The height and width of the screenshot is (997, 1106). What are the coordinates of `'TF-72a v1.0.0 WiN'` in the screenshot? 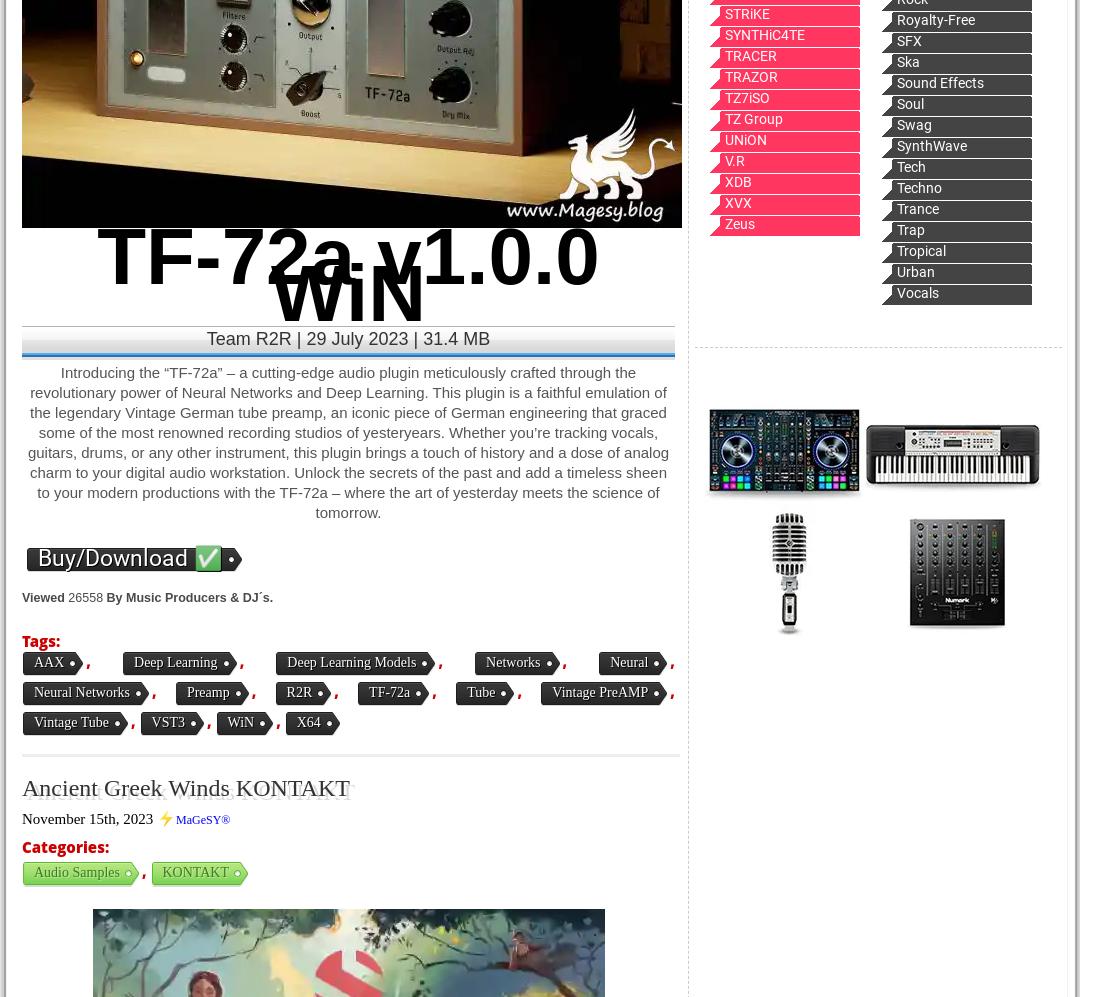 It's located at (96, 274).